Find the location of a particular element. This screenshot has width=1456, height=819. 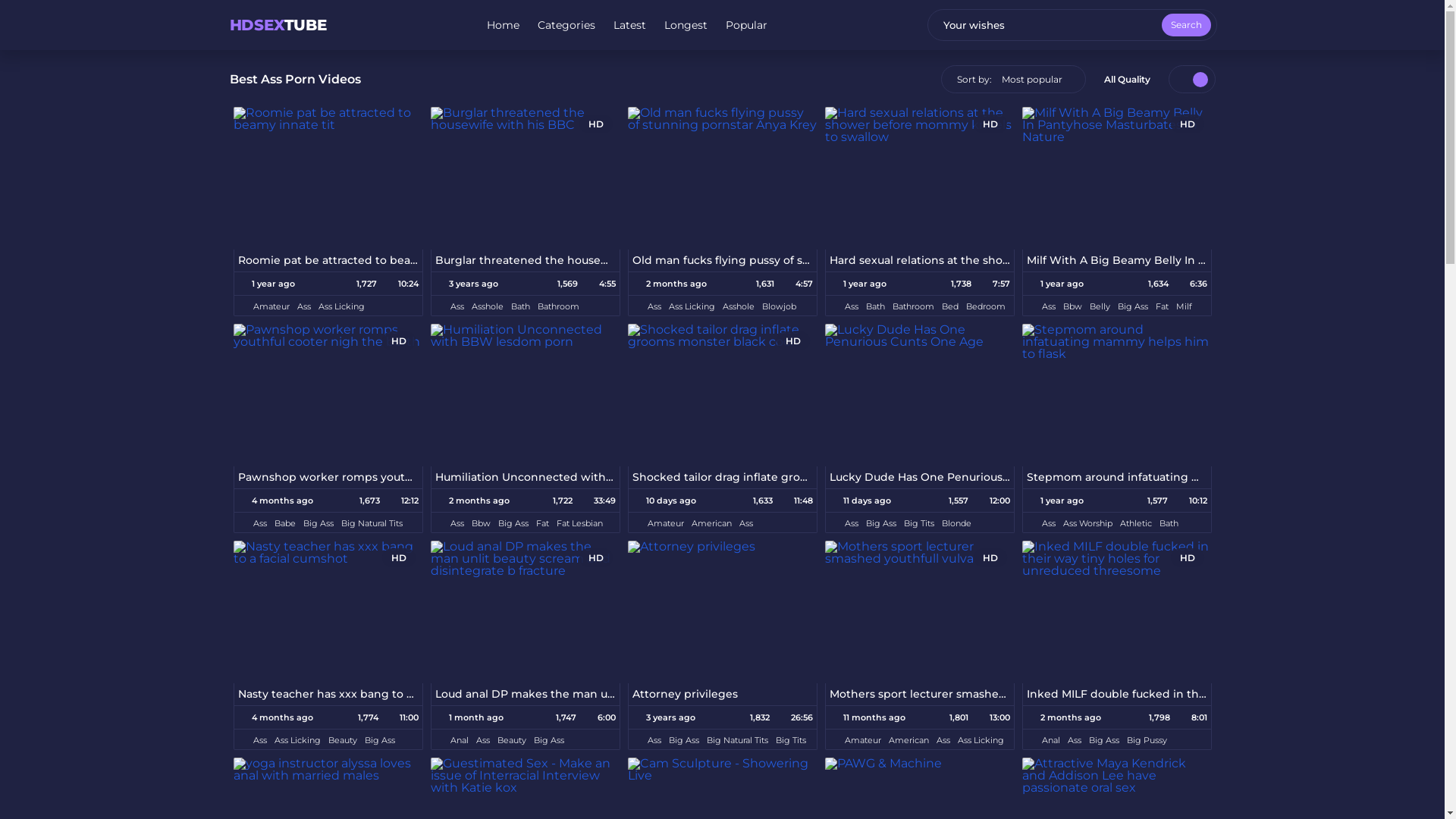

'Big Tits' is located at coordinates (918, 522).